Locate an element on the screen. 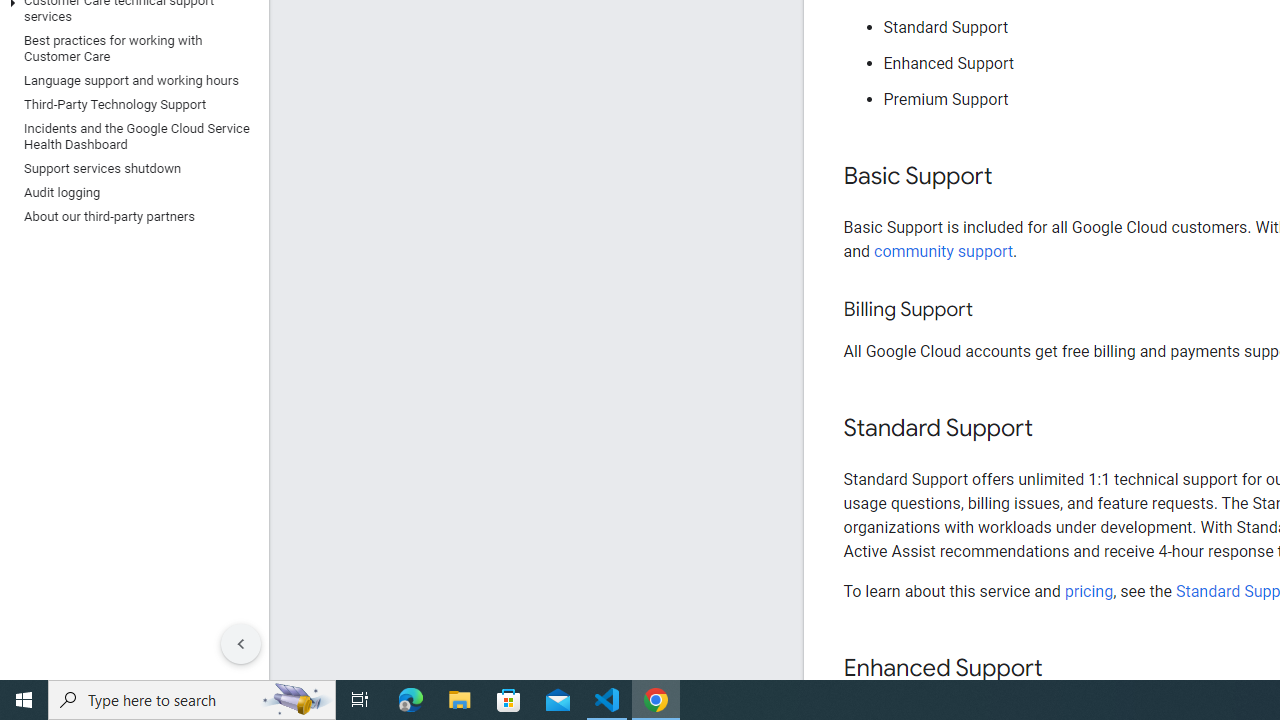 This screenshot has width=1280, height=720. 'community support' is located at coordinates (943, 250).